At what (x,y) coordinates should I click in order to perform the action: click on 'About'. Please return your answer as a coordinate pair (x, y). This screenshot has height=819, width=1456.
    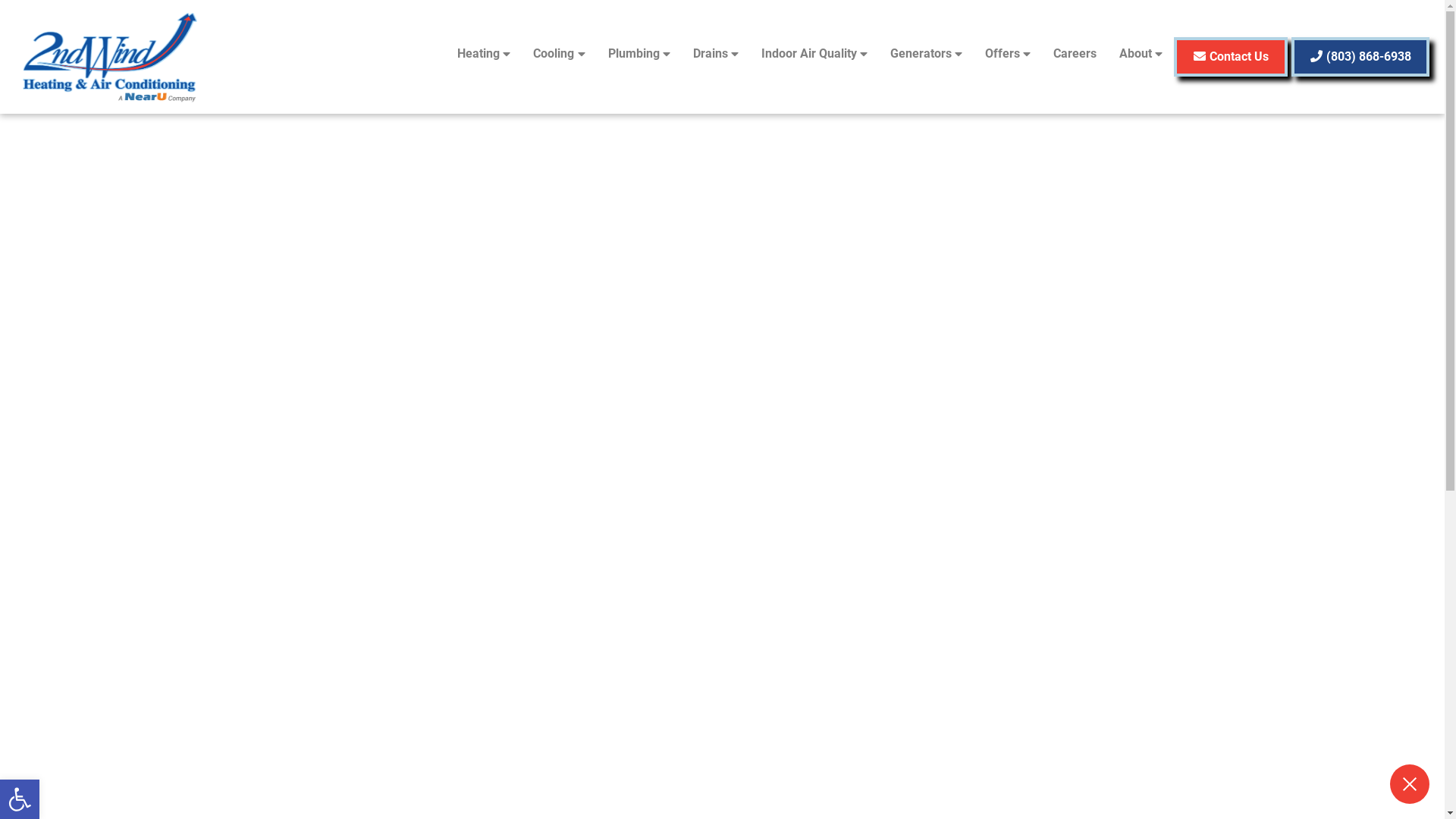
    Looking at the image, I should click on (1141, 52).